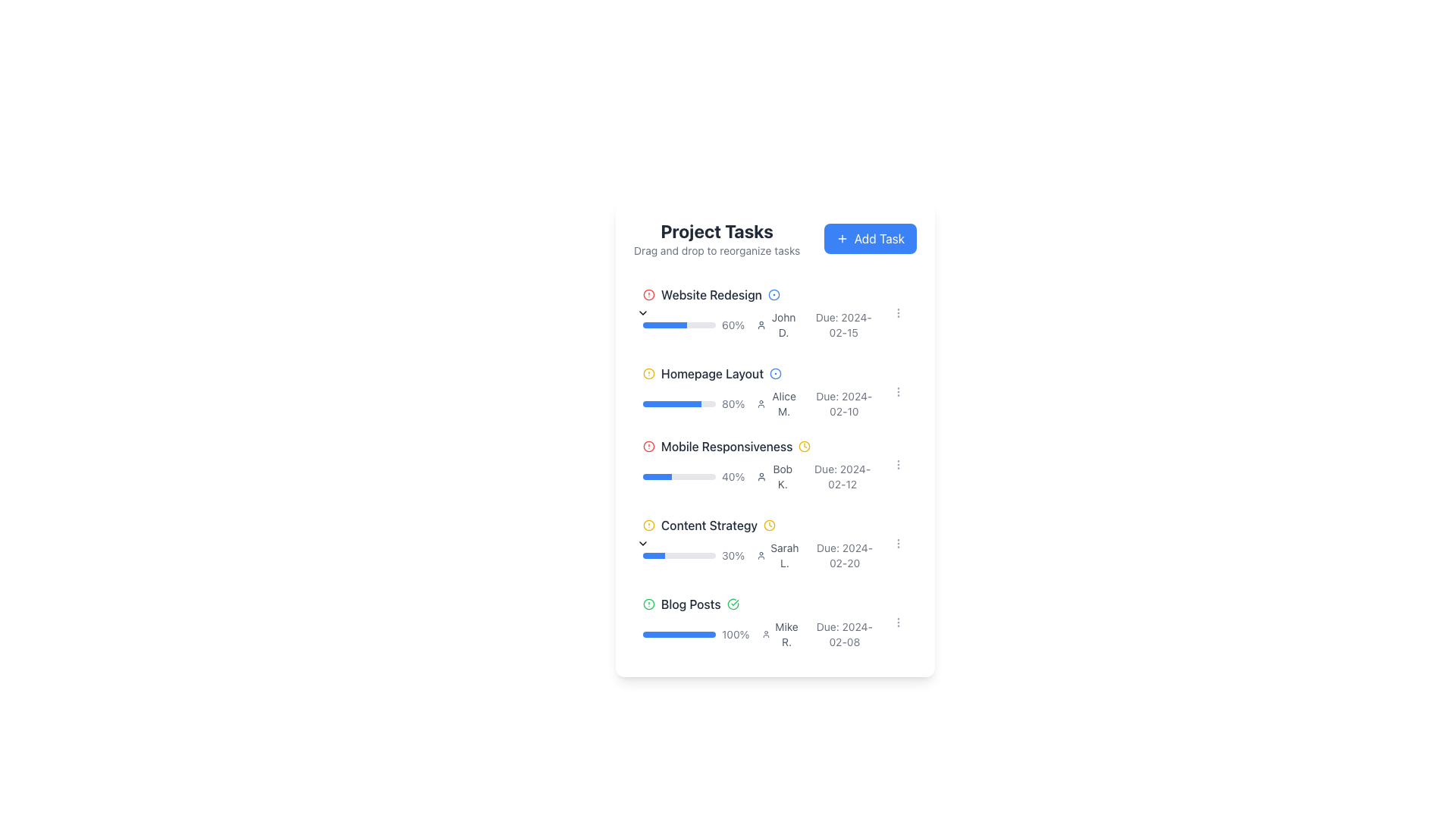 The height and width of the screenshot is (819, 1456). I want to click on the Toggle/Expand button located to the left of the progress bar in the 'Content Strategy' task row, so click(633, 543).